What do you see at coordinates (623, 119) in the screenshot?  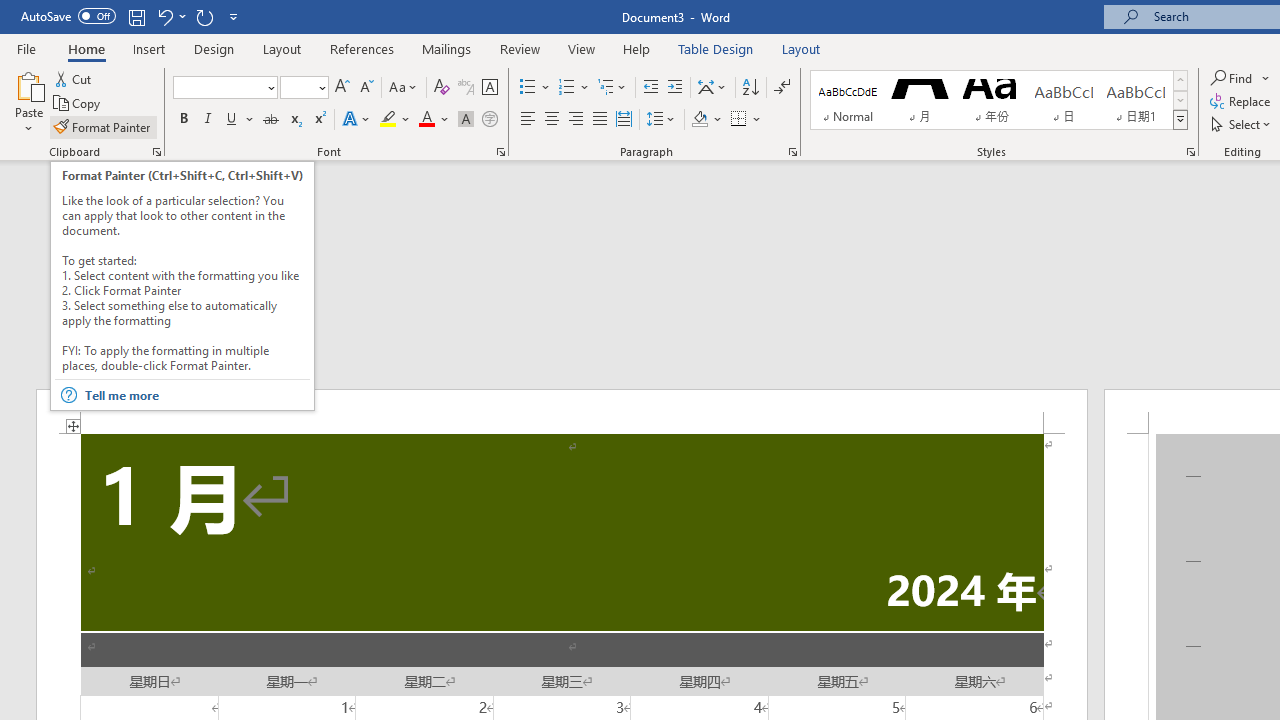 I see `'Distributed'` at bounding box center [623, 119].